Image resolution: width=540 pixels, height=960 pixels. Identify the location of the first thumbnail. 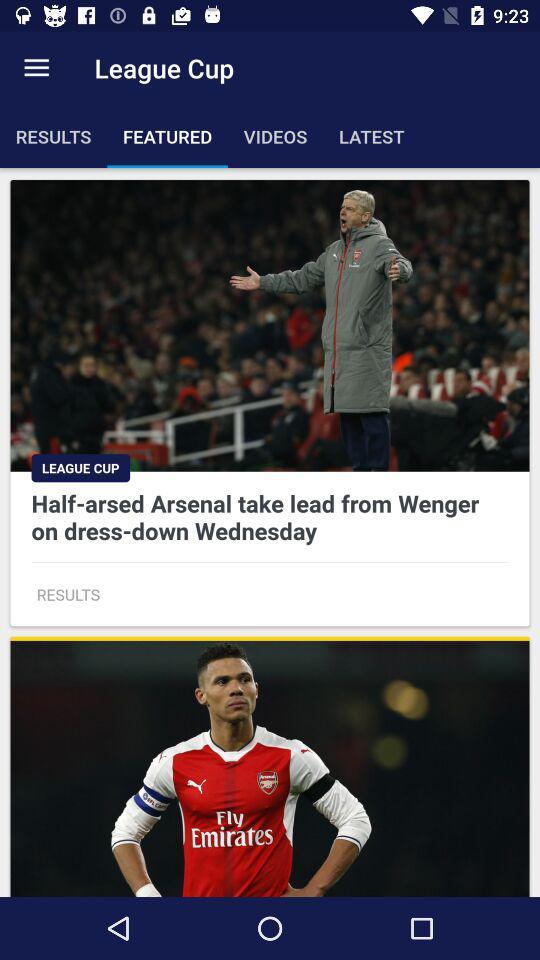
(270, 402).